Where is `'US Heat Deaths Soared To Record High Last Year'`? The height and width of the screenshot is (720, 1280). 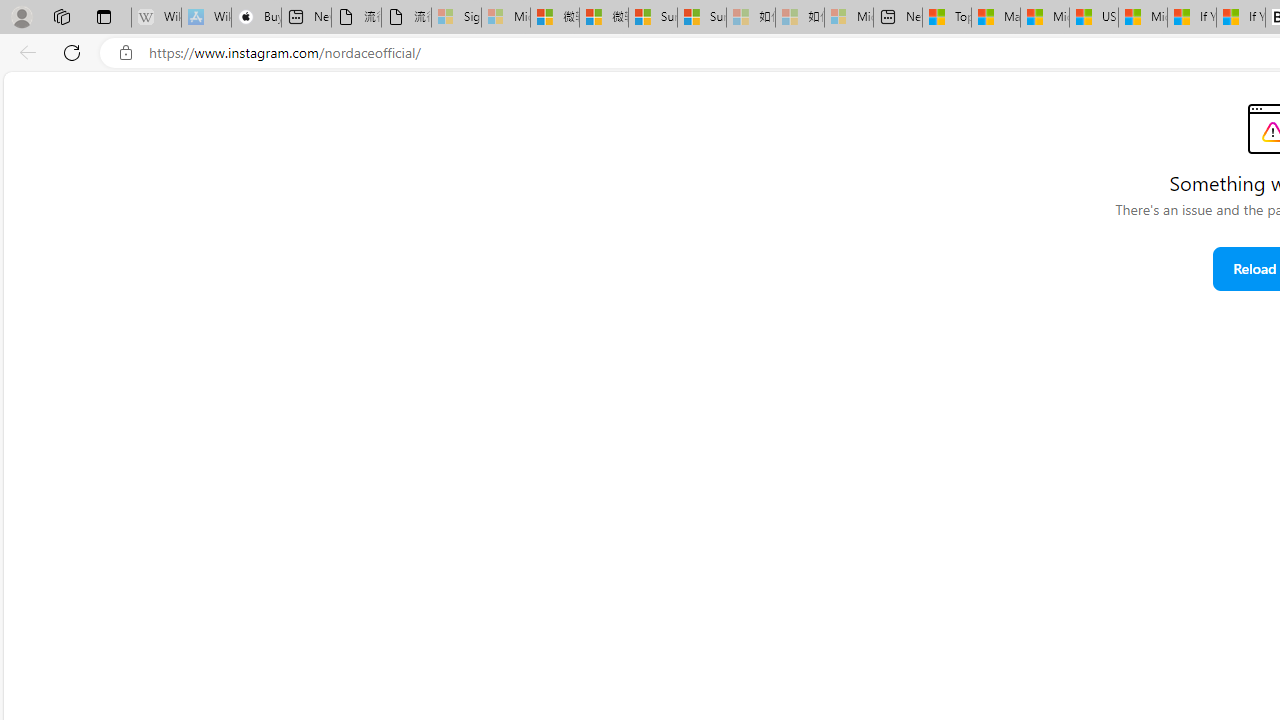 'US Heat Deaths Soared To Record High Last Year' is located at coordinates (1092, 17).